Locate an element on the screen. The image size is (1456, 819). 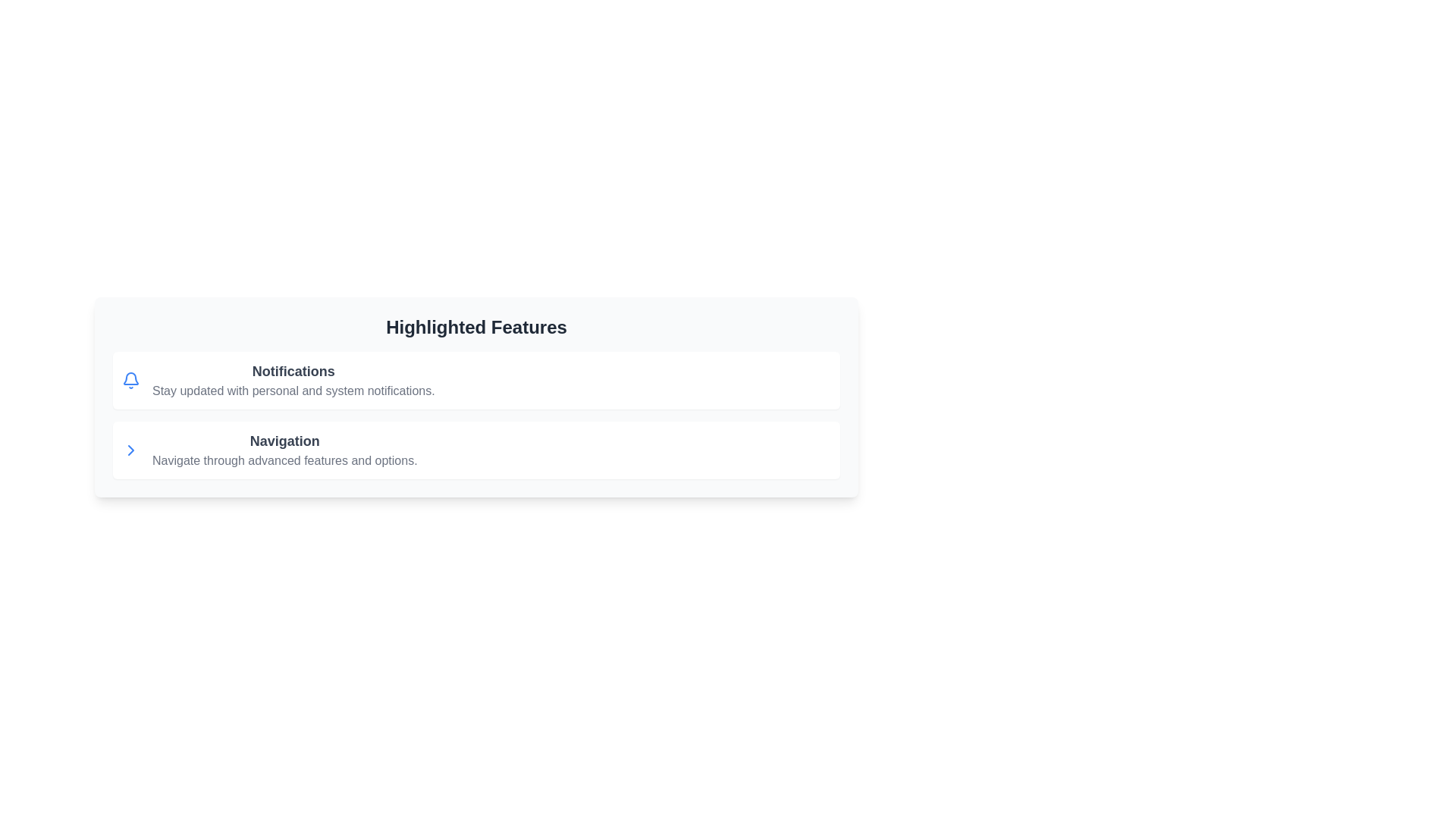
the notifications icon, which visually denotes the notifications section in the card-like layout is located at coordinates (130, 379).